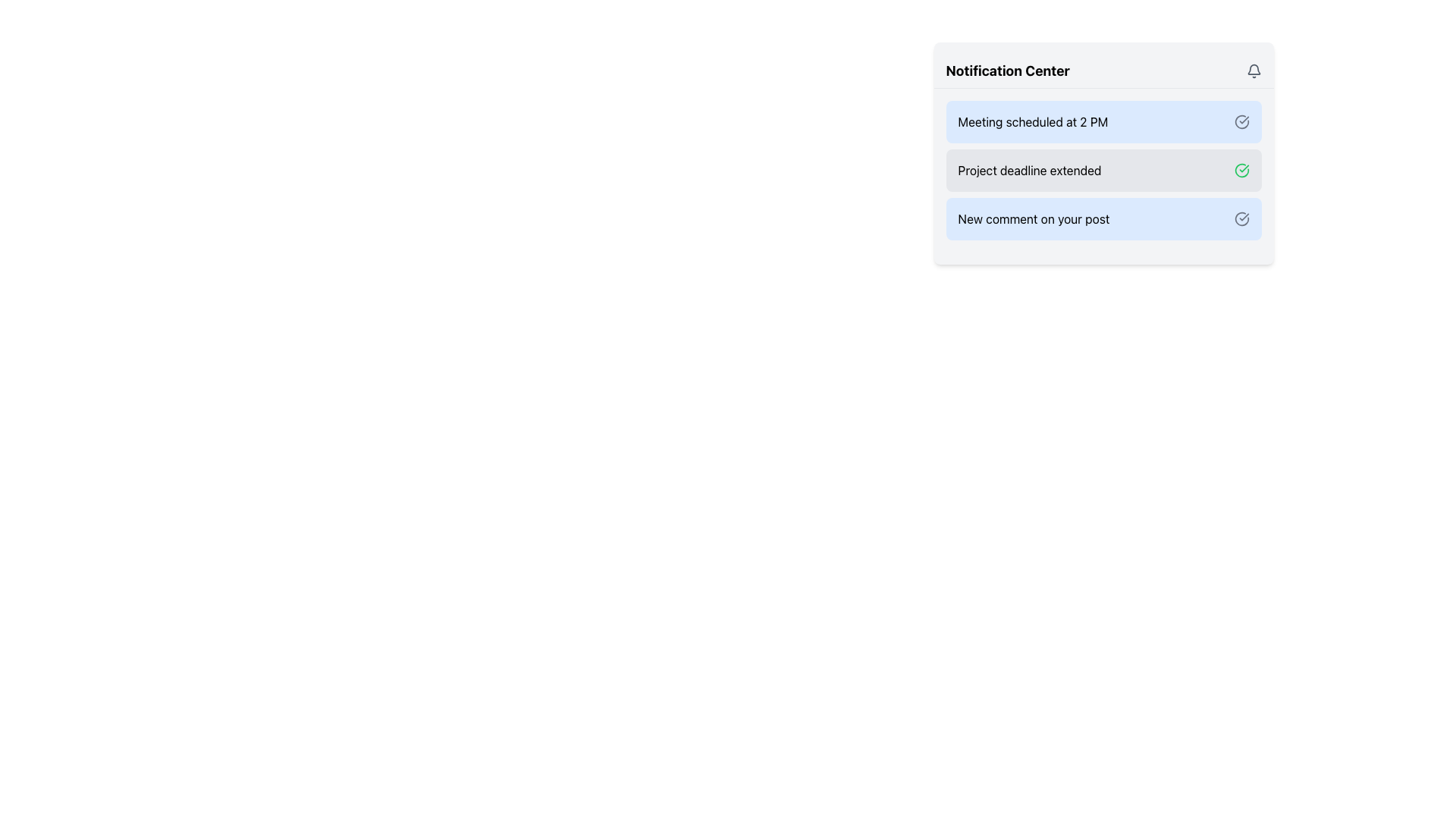  I want to click on the static text label displaying 'Project deadline extended' in a notification interface, so click(1030, 170).